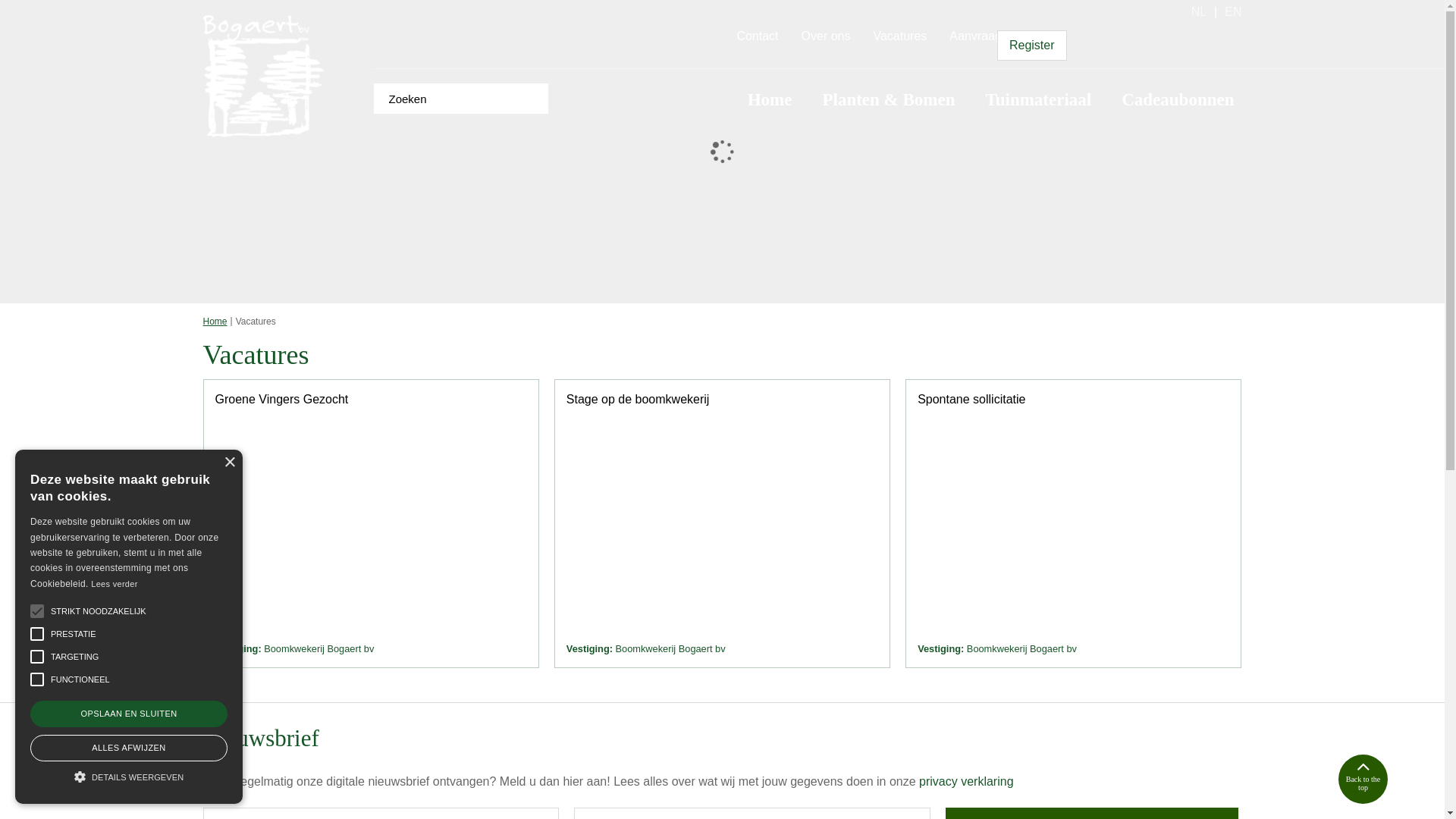  What do you see at coordinates (825, 36) in the screenshot?
I see `'Over ons'` at bounding box center [825, 36].